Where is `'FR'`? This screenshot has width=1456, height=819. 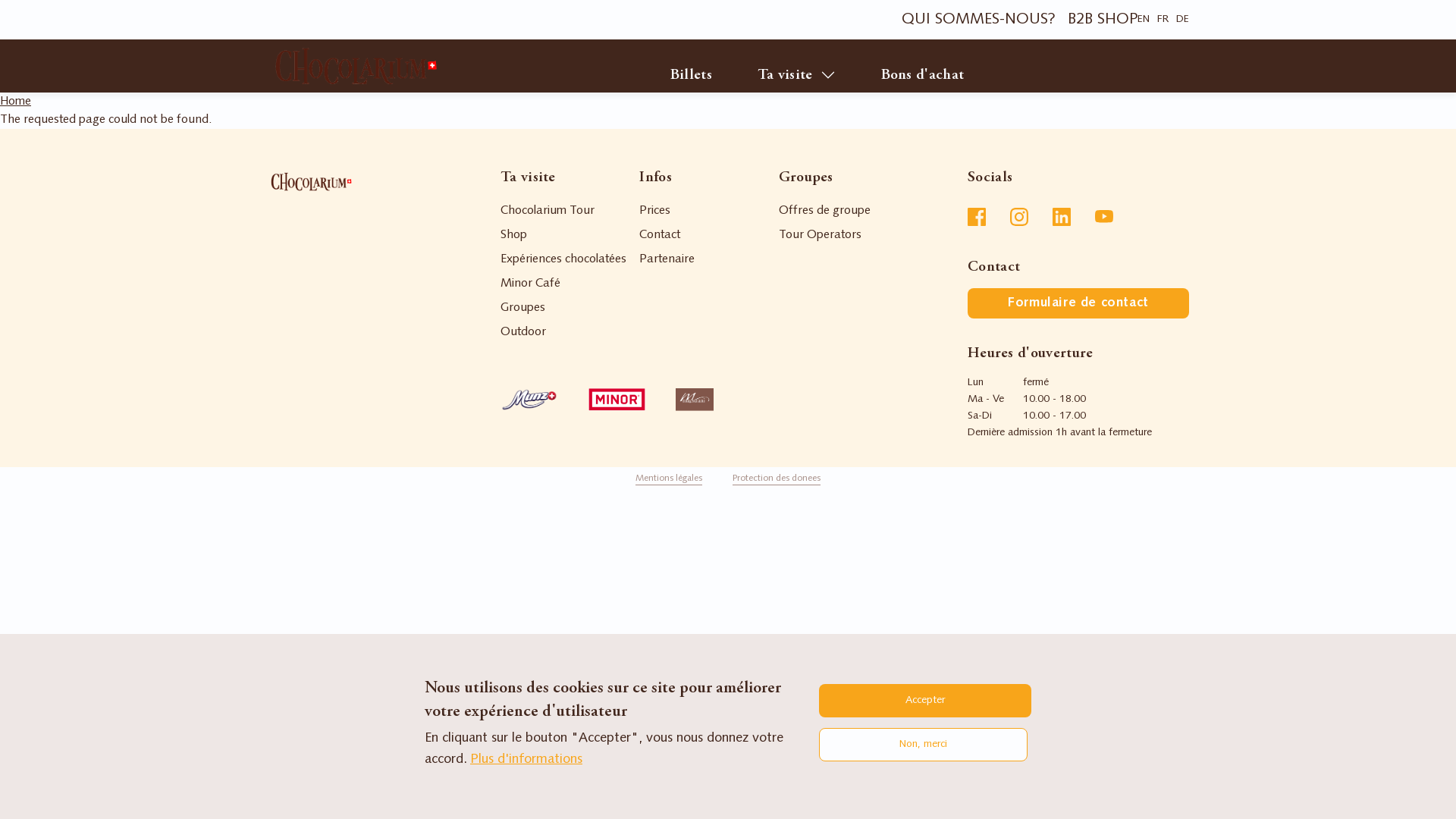
'FR' is located at coordinates (1162, 20).